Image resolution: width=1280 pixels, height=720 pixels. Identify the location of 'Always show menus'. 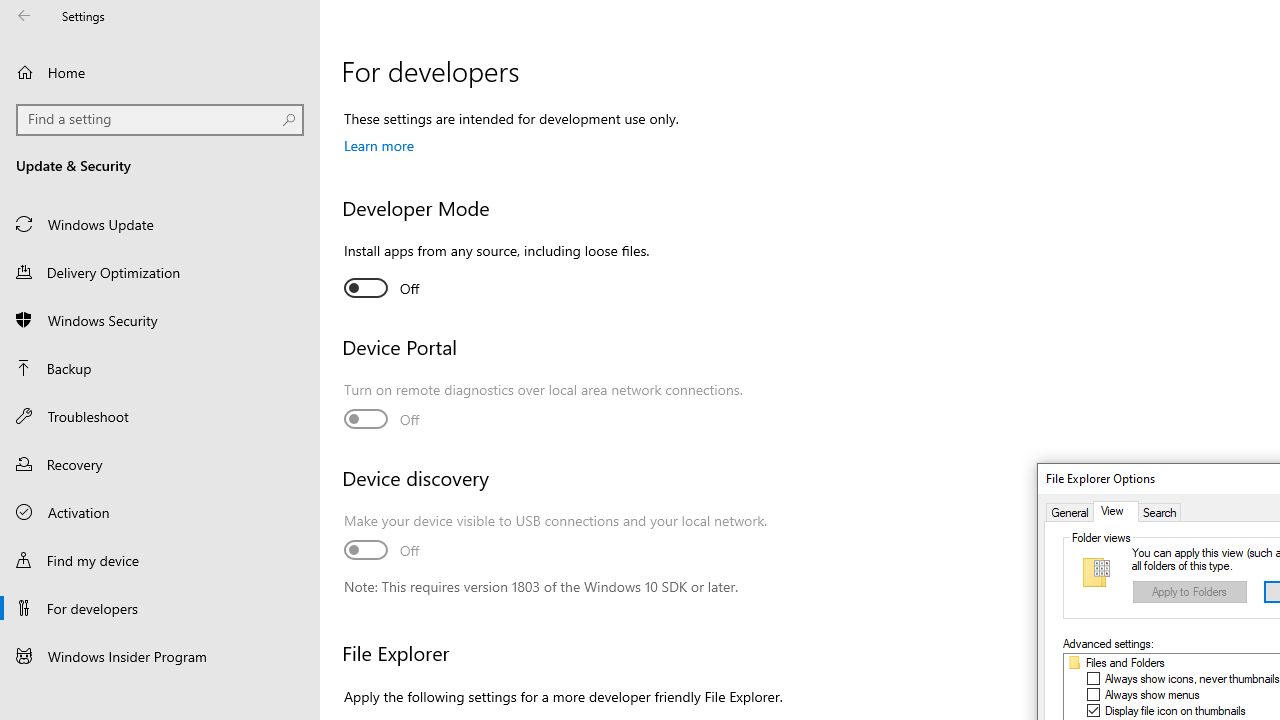
(1152, 693).